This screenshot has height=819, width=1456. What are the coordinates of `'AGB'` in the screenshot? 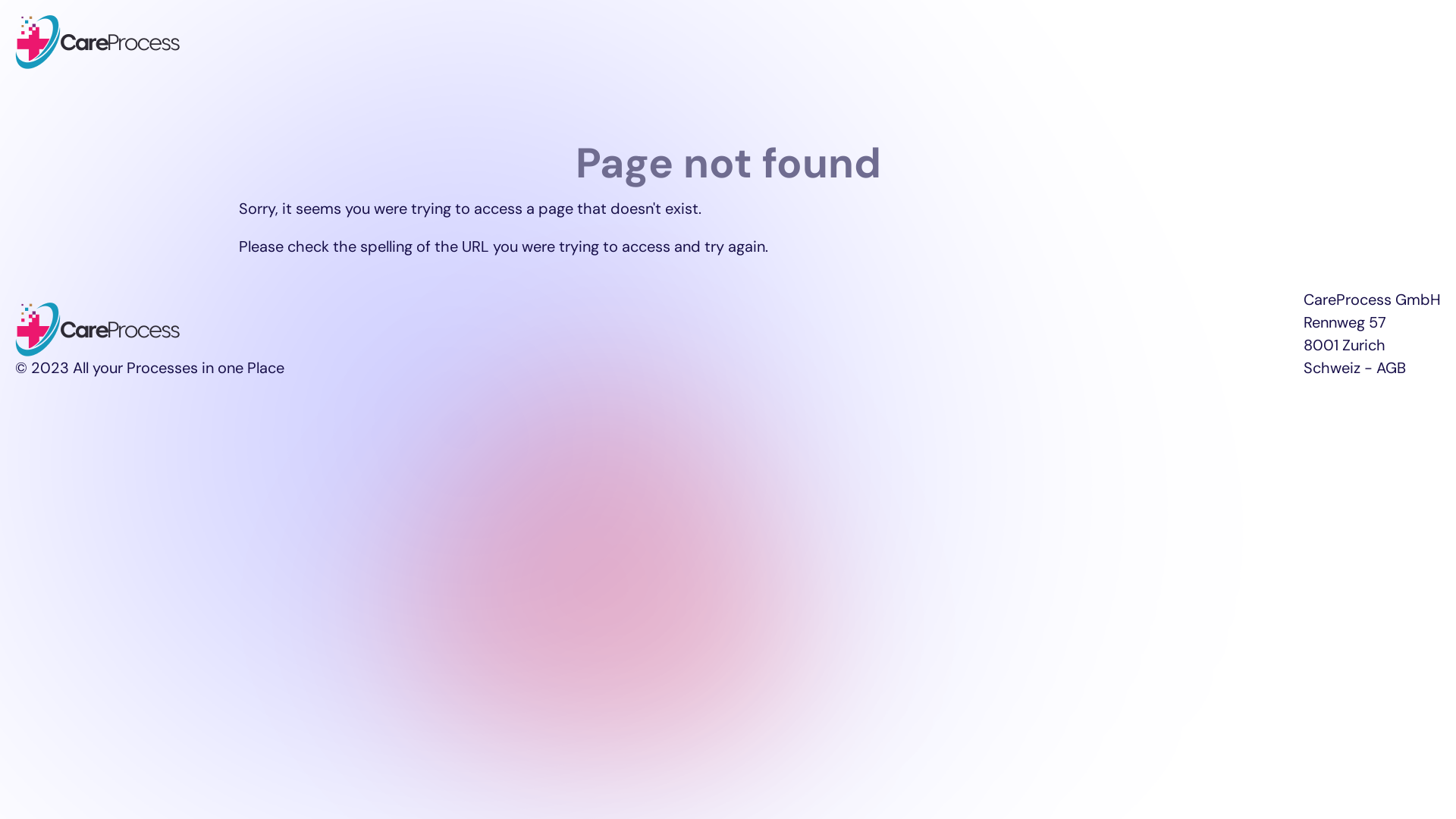 It's located at (1391, 368).